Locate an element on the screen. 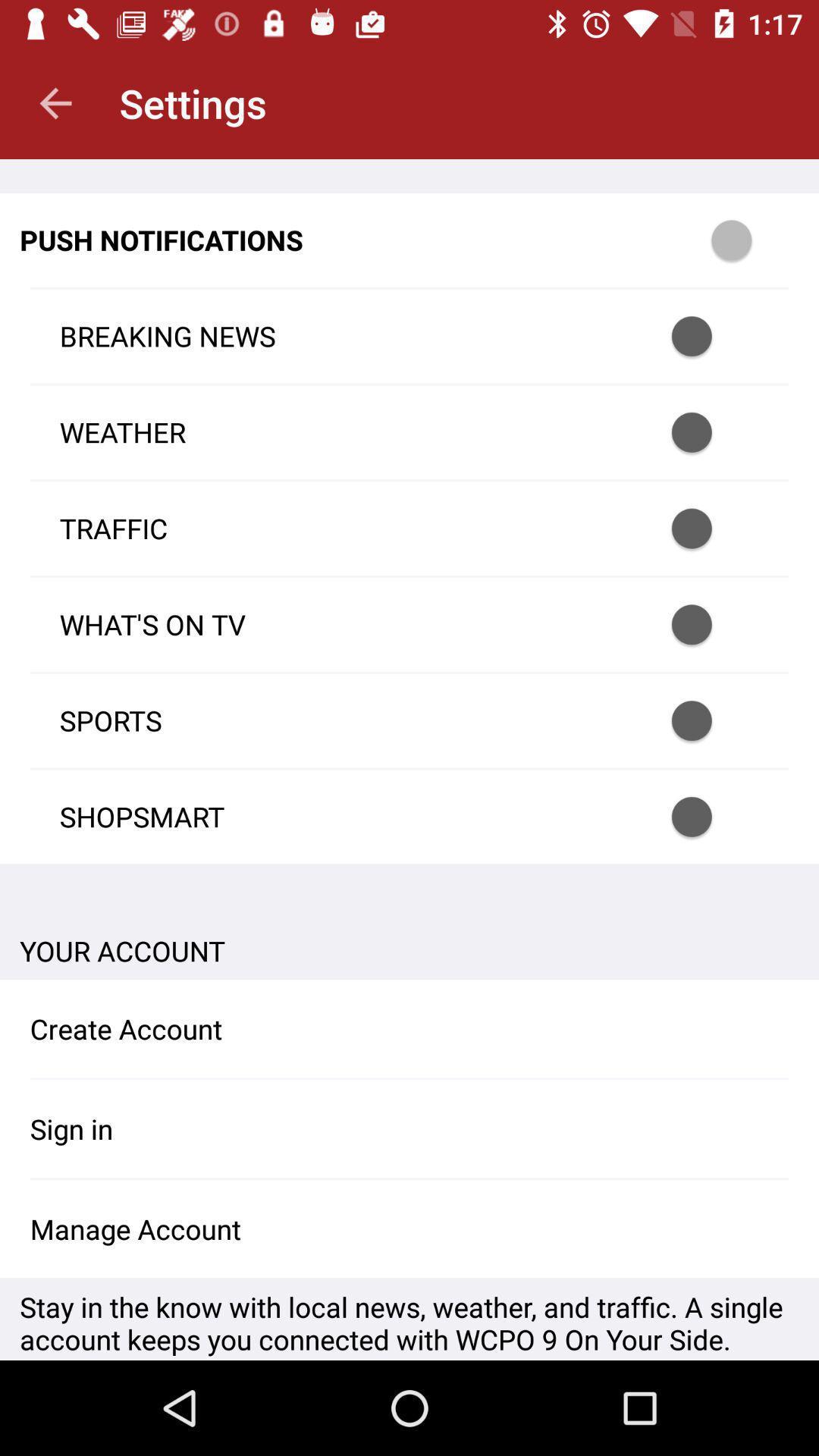 The height and width of the screenshot is (1456, 819). push notification for breaking news is located at coordinates (711, 335).